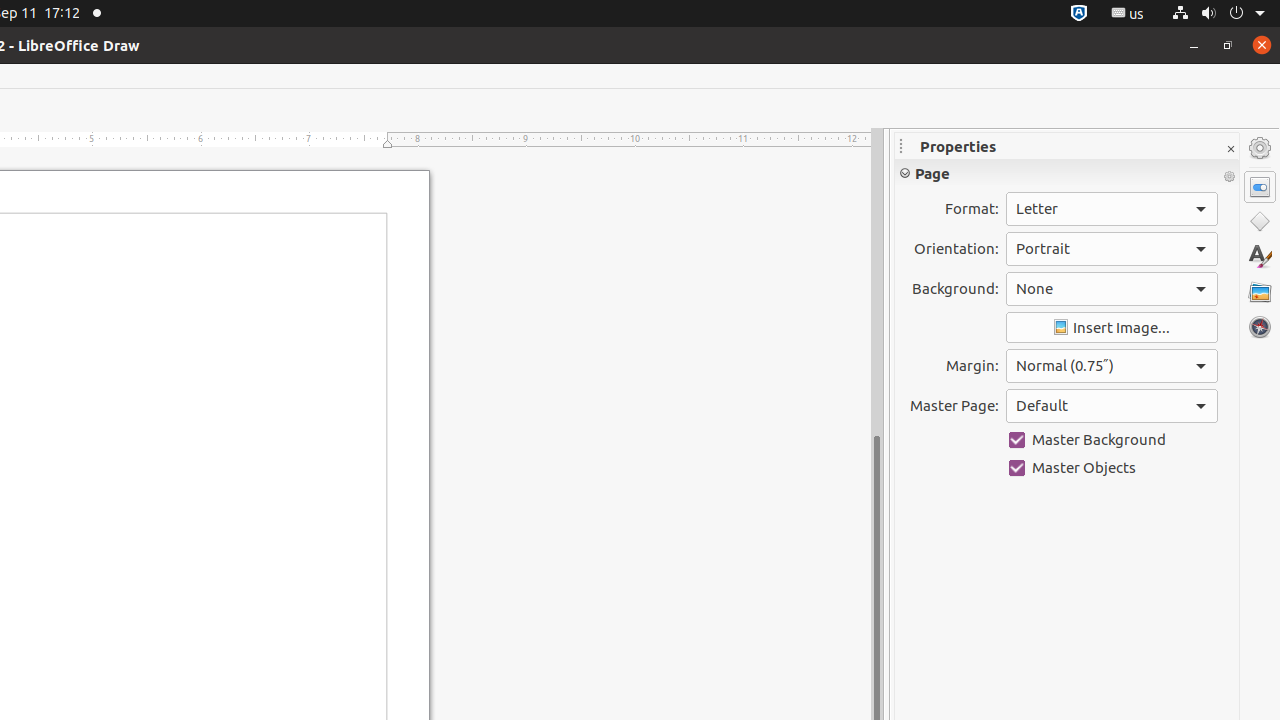  What do you see at coordinates (1217, 13) in the screenshot?
I see `'System'` at bounding box center [1217, 13].